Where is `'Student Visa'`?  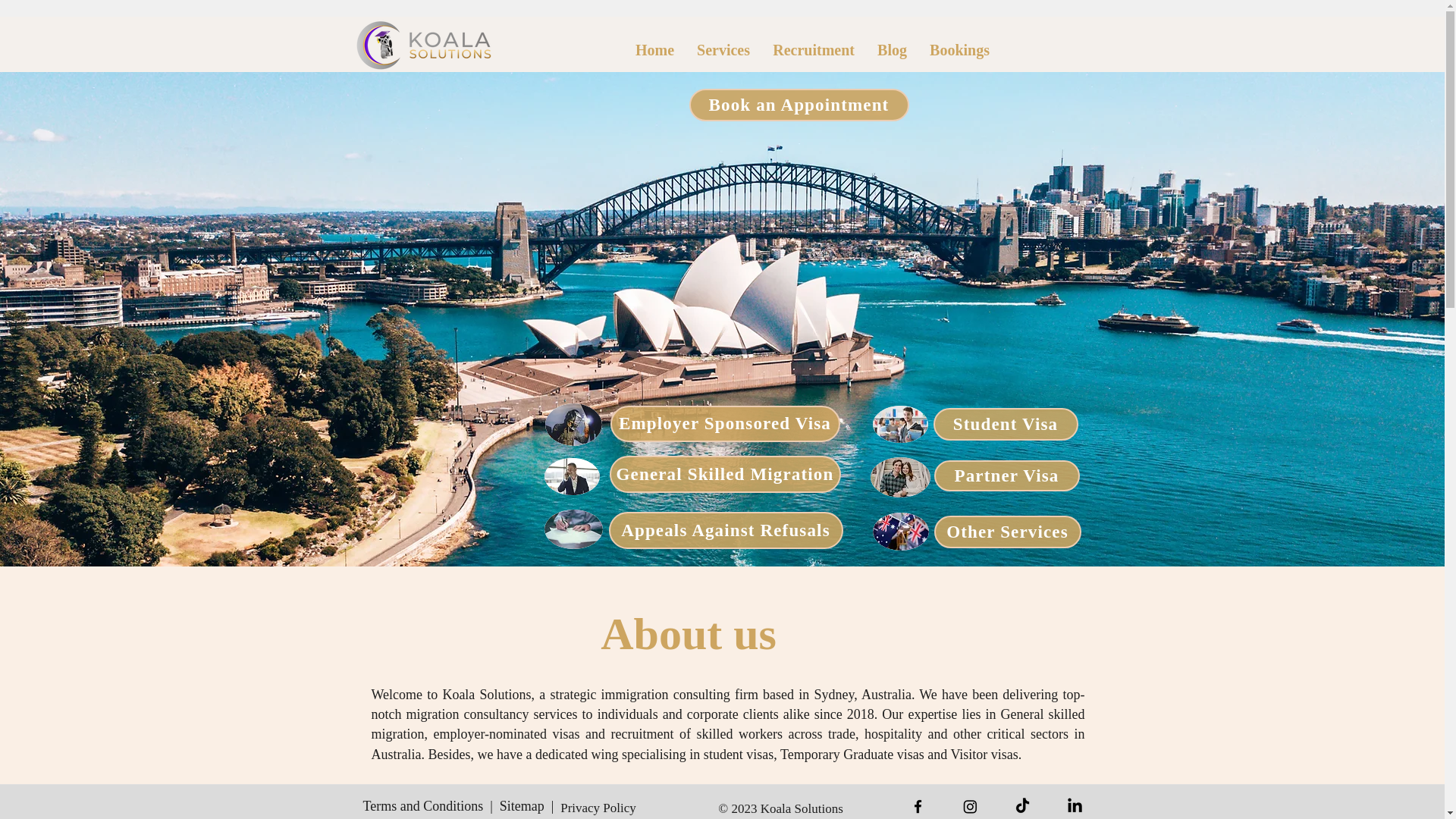
'Student Visa' is located at coordinates (1005, 424).